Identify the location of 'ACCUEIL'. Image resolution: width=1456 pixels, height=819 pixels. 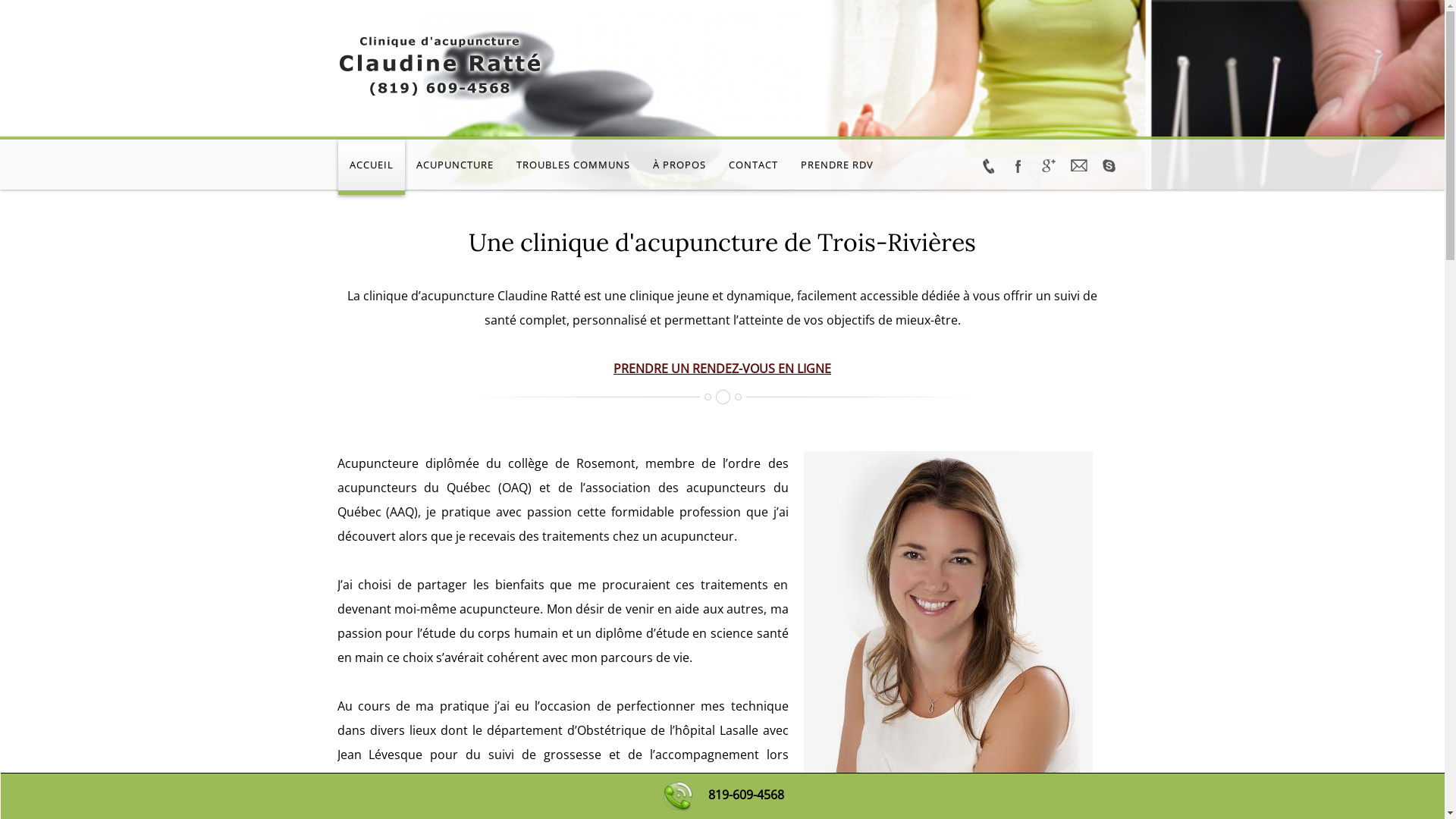
(337, 167).